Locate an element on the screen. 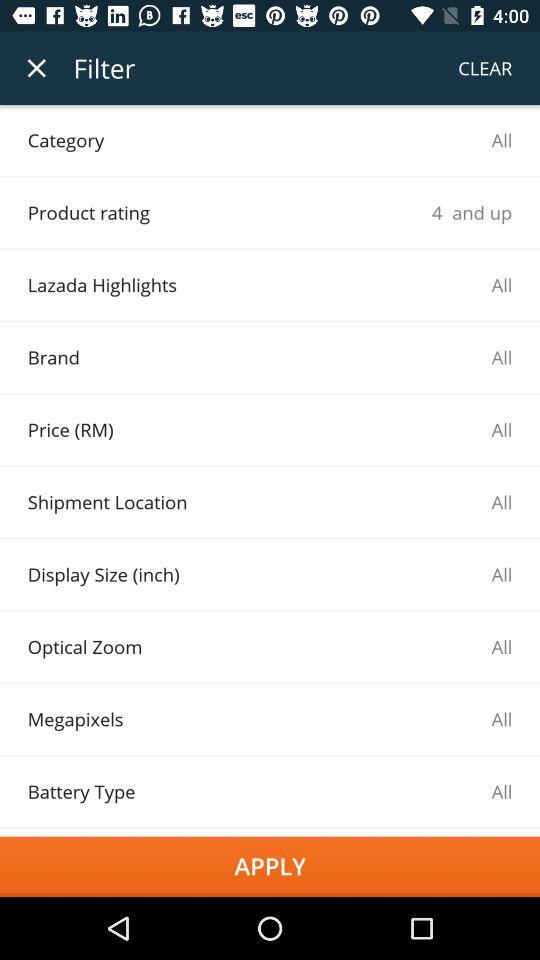  the item next to the filter item is located at coordinates (484, 68).